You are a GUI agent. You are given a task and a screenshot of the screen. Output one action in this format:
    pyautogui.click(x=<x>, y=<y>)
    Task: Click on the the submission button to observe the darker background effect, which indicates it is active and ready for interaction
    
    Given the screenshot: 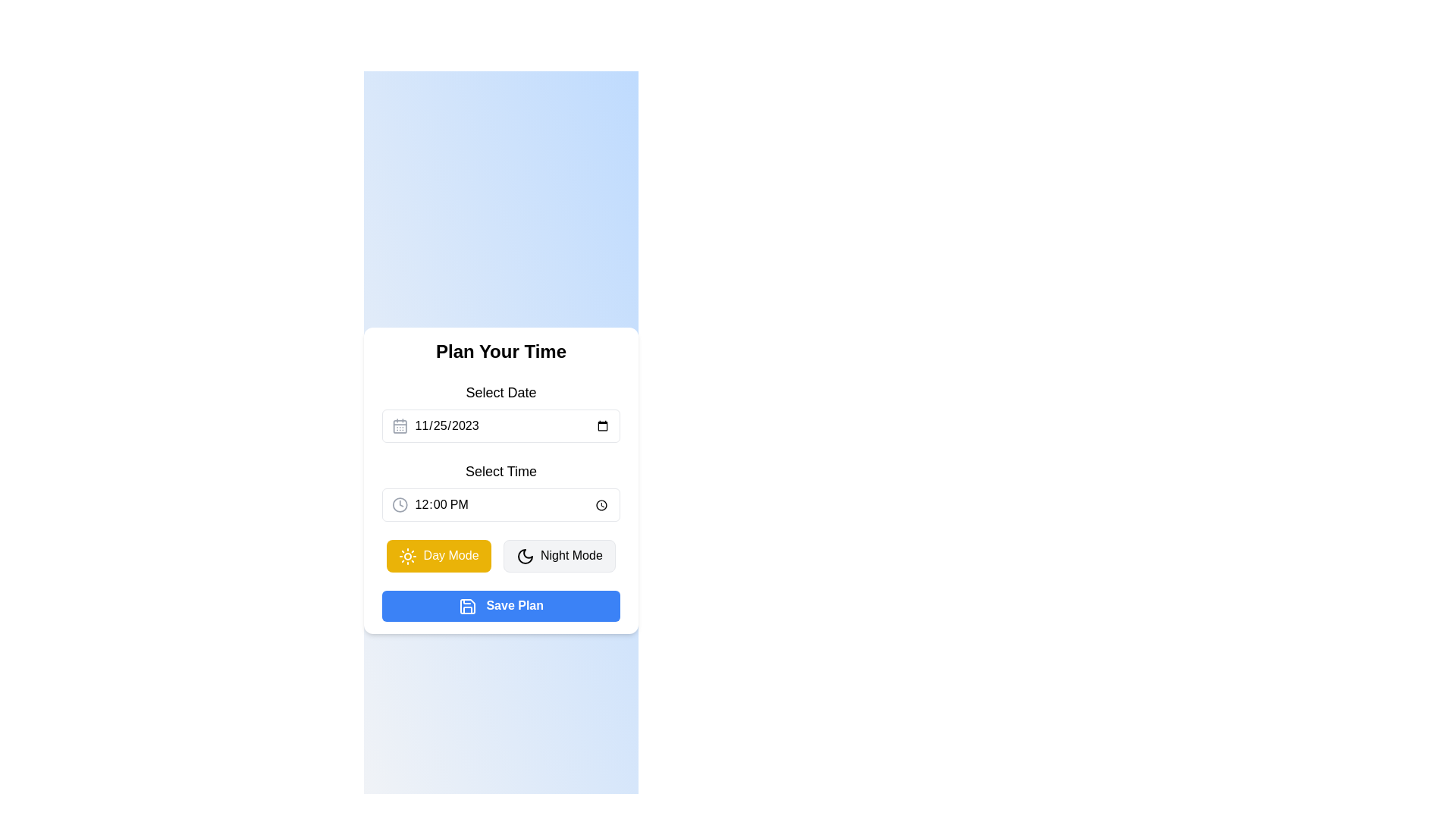 What is the action you would take?
    pyautogui.click(x=501, y=604)
    